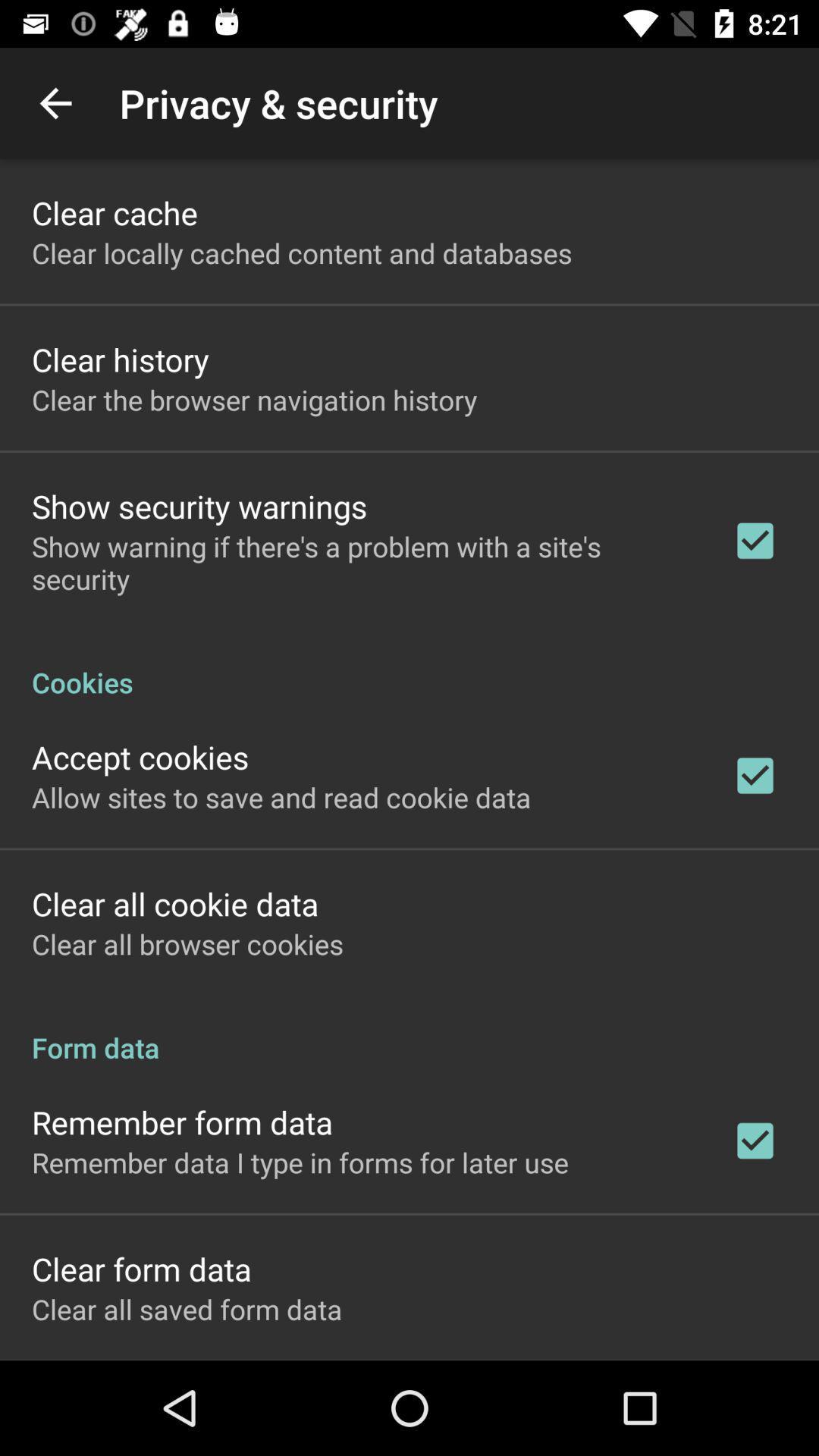 This screenshot has height=1456, width=819. Describe the element at coordinates (55, 102) in the screenshot. I see `app above the clear cache app` at that location.